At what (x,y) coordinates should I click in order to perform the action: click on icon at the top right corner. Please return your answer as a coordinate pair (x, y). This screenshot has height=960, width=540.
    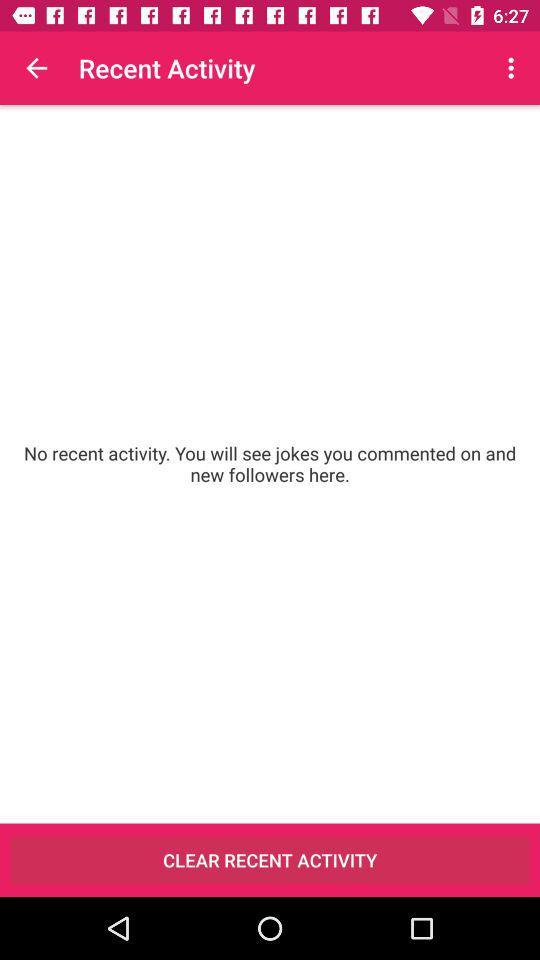
    Looking at the image, I should click on (513, 68).